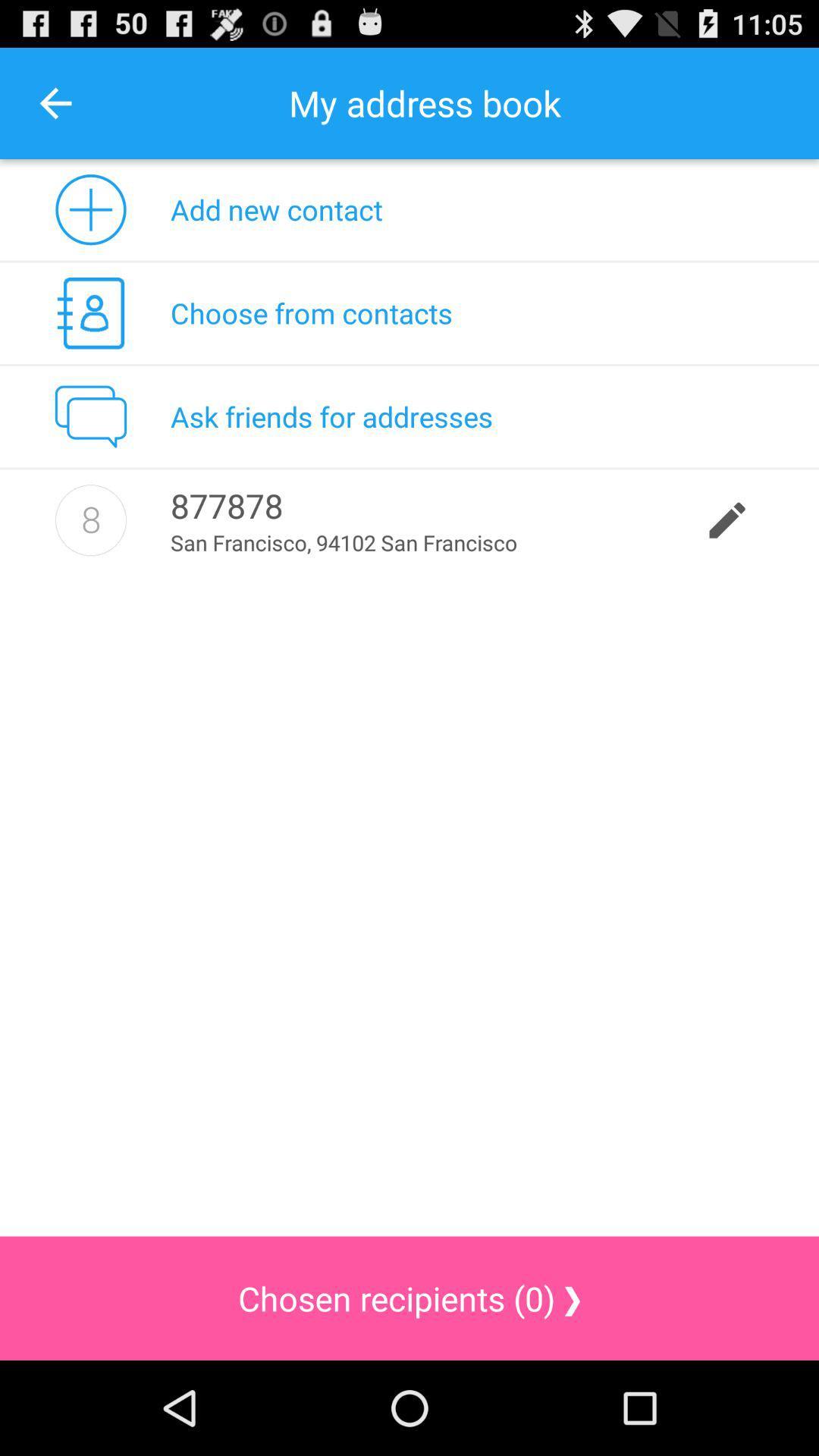 This screenshot has width=819, height=1456. I want to click on the item to the left of my address book, so click(55, 102).